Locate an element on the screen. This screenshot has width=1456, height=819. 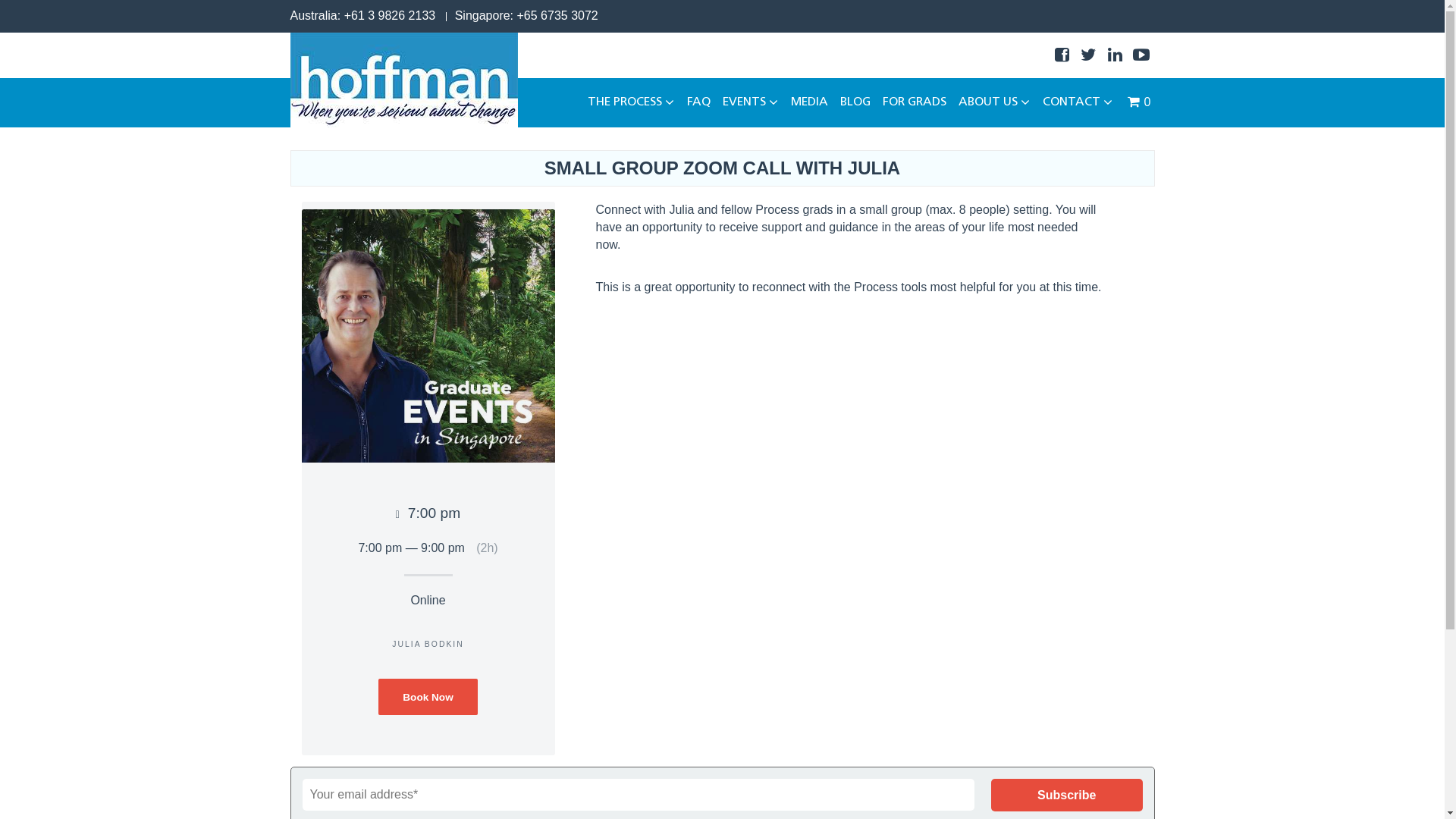
'BLOG' is located at coordinates (855, 102).